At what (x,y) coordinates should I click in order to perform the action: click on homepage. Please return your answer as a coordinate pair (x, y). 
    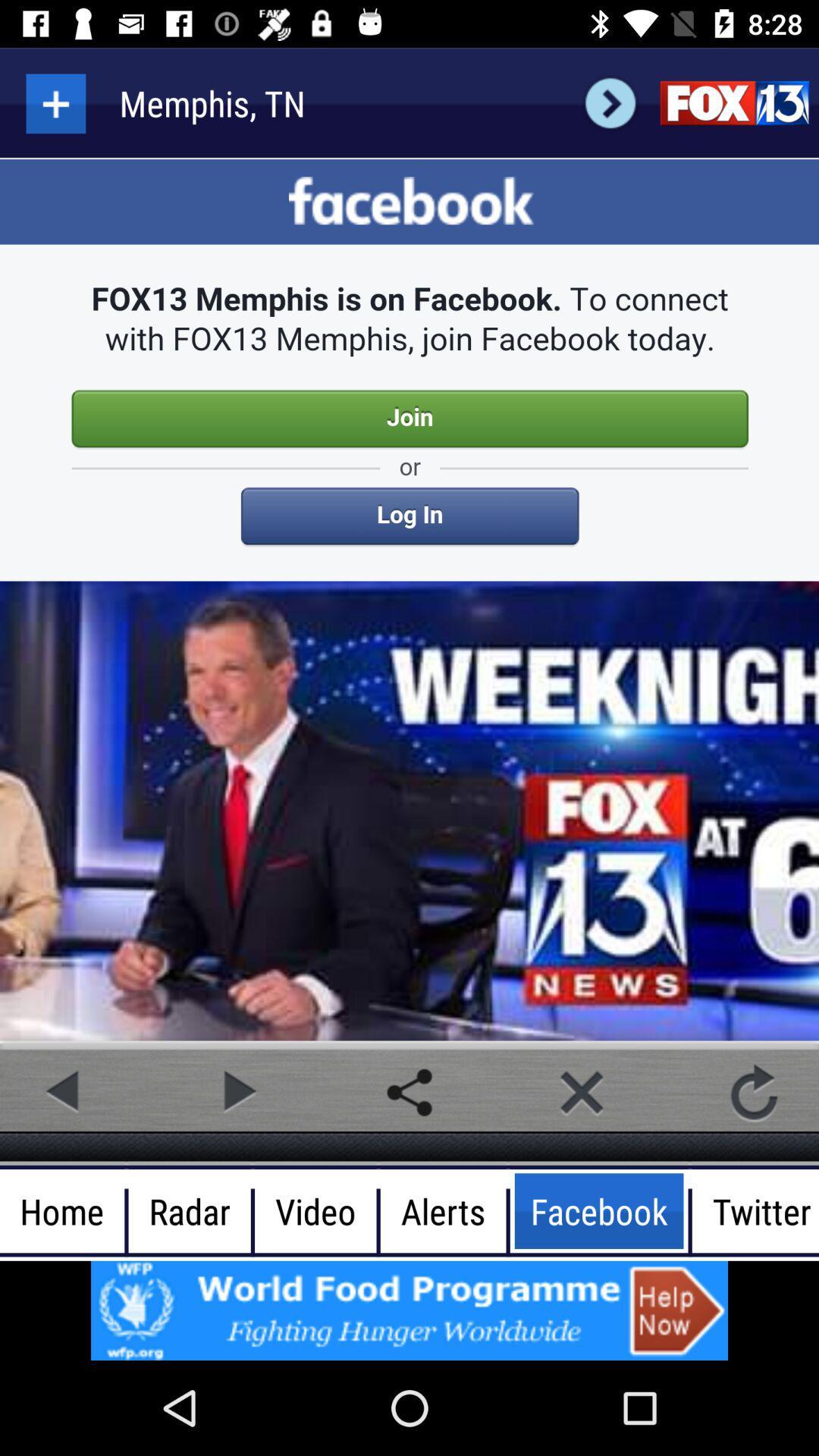
    Looking at the image, I should click on (733, 102).